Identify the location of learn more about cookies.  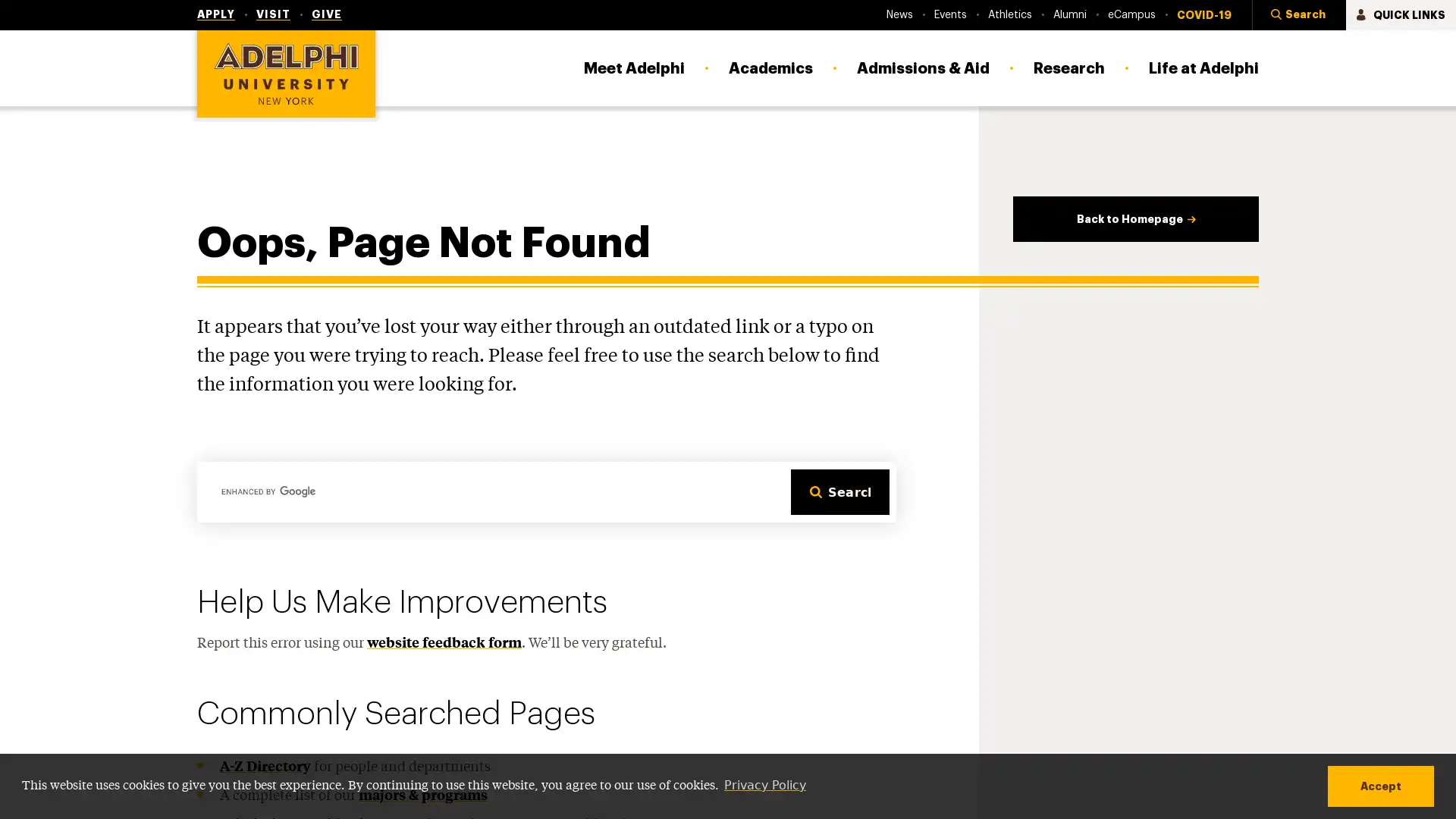
(764, 785).